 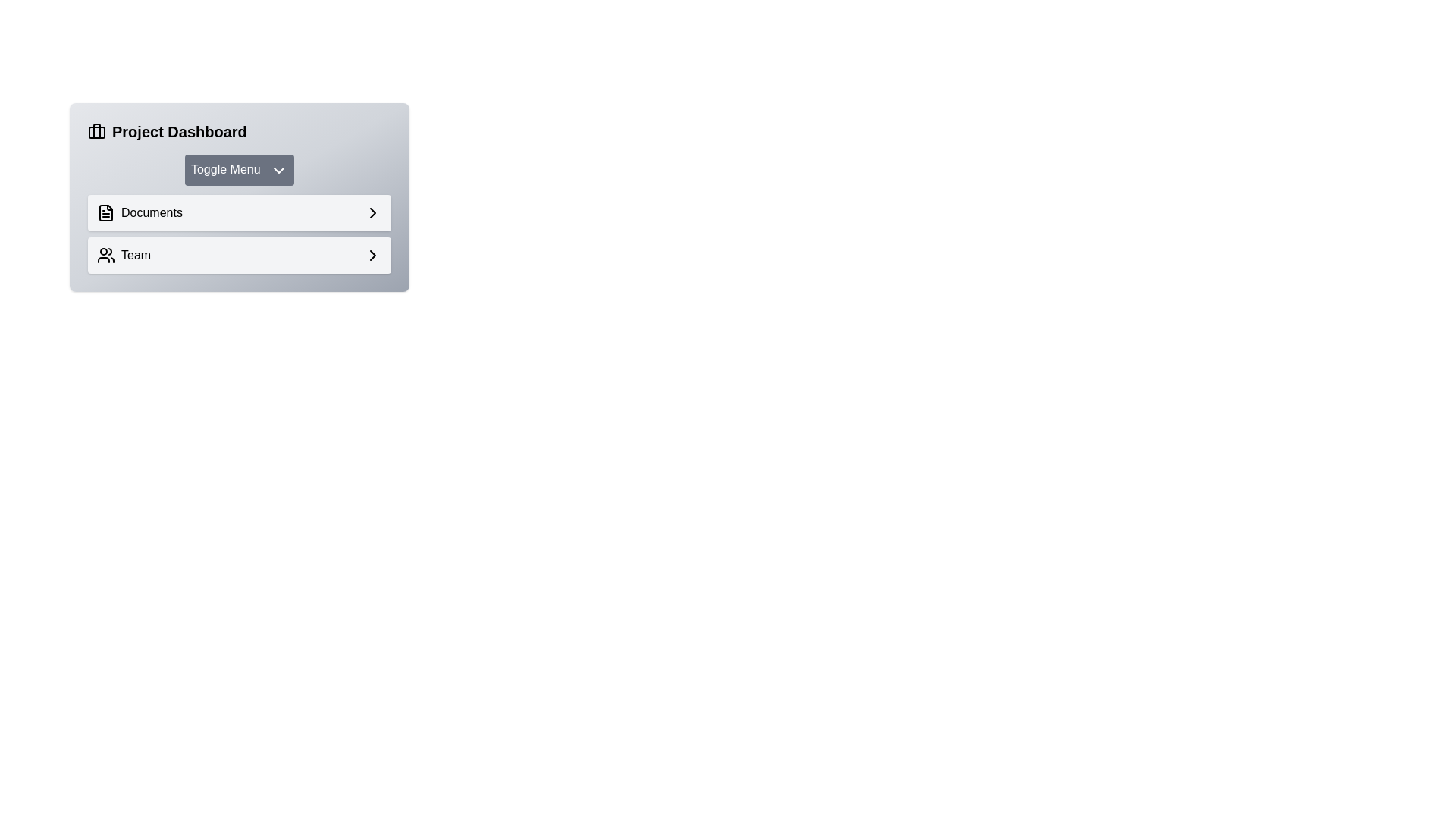 I want to click on the right-facing chevron icon adjacent to the 'Documents' label in the 'Project Dashboard' to trigger tooltip or visual feedback, so click(x=372, y=212).